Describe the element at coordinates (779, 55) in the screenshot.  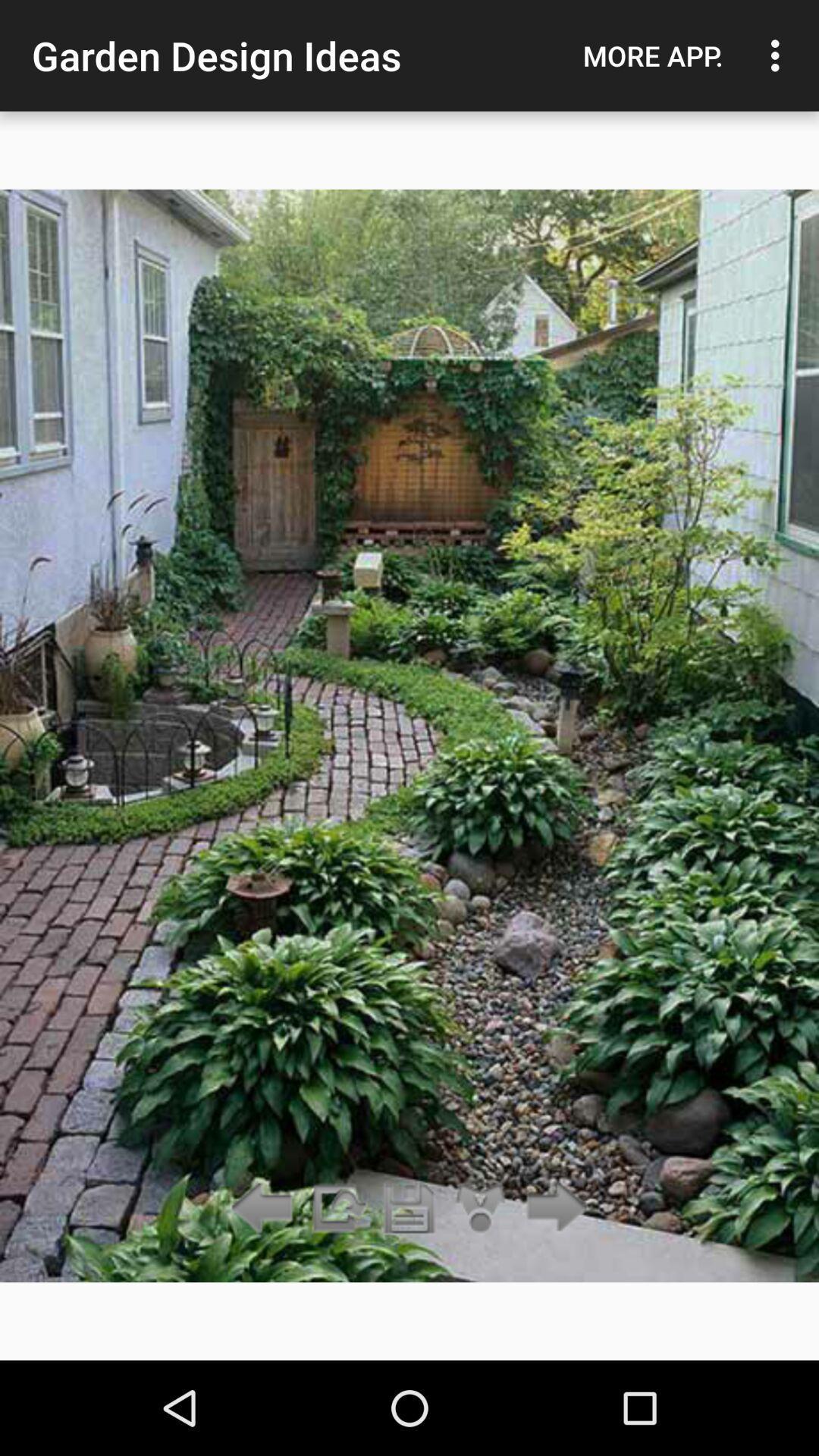
I see `item to the right of more app.` at that location.